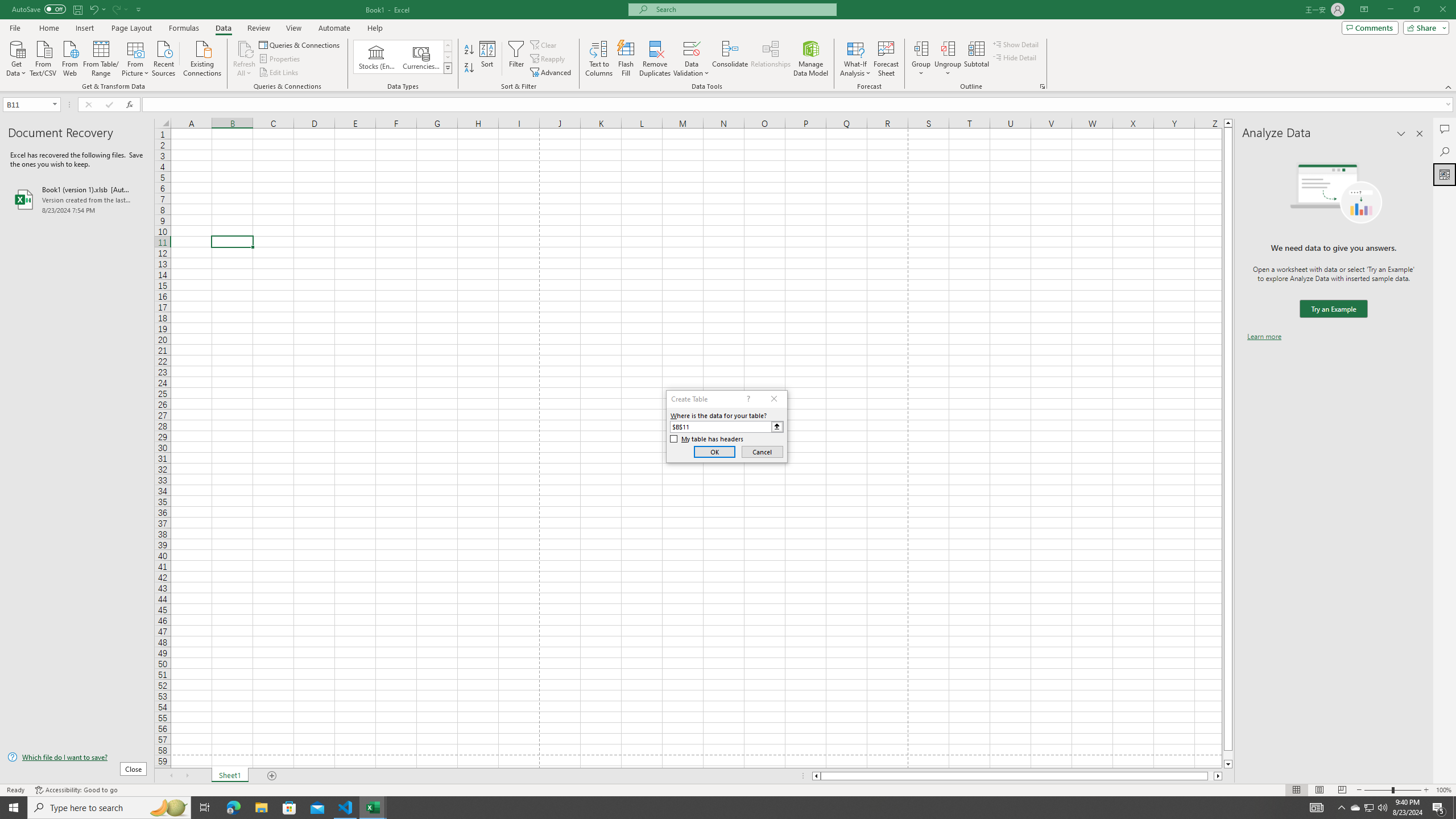 The width and height of the screenshot is (1456, 819). Describe the element at coordinates (810, 59) in the screenshot. I see `'Manage Data Model'` at that location.